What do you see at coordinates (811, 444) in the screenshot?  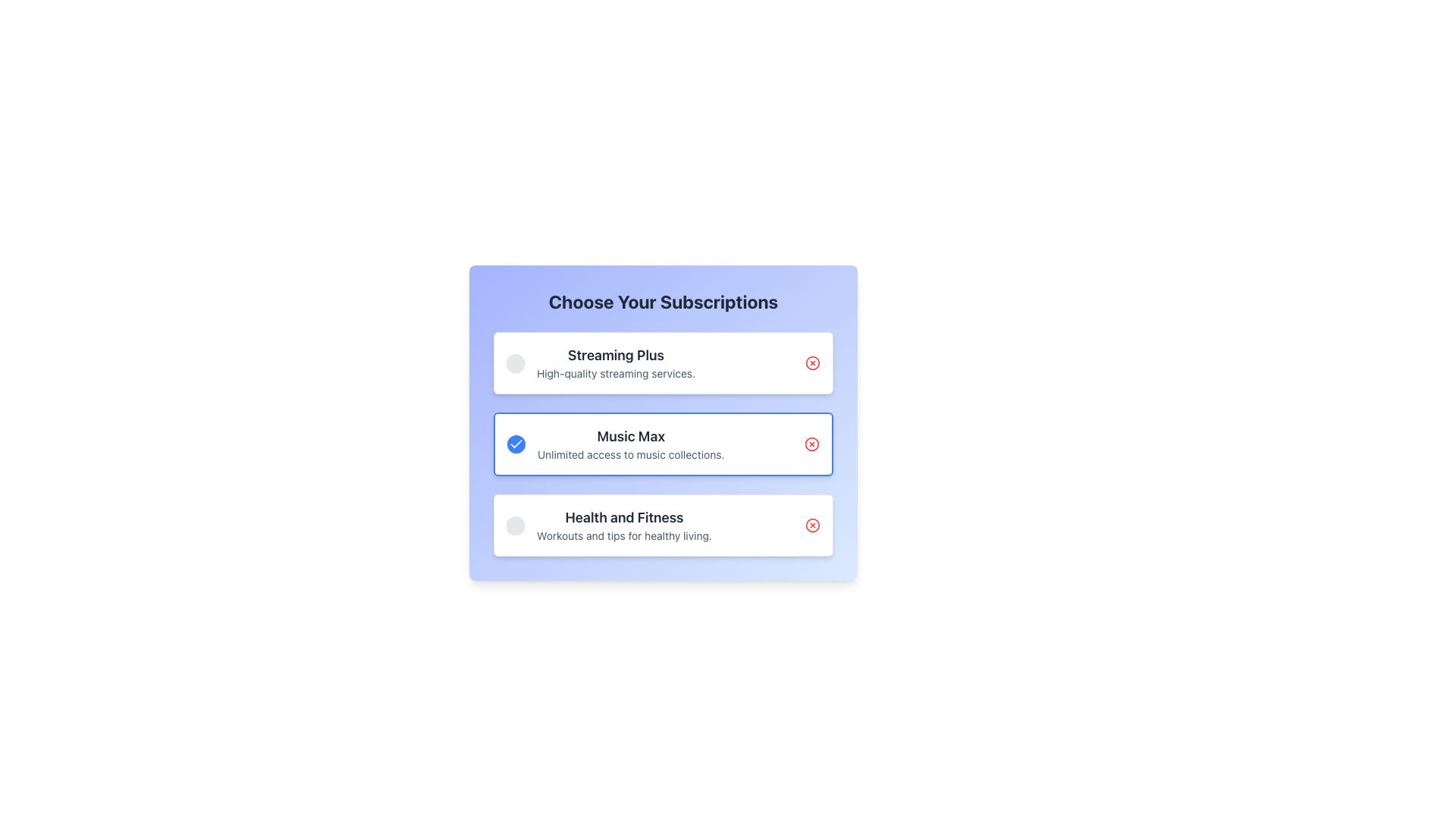 I see `the button at the rightmost end of the 'Music Max' subscription card, which is used to remove or dismiss the subscription option` at bounding box center [811, 444].